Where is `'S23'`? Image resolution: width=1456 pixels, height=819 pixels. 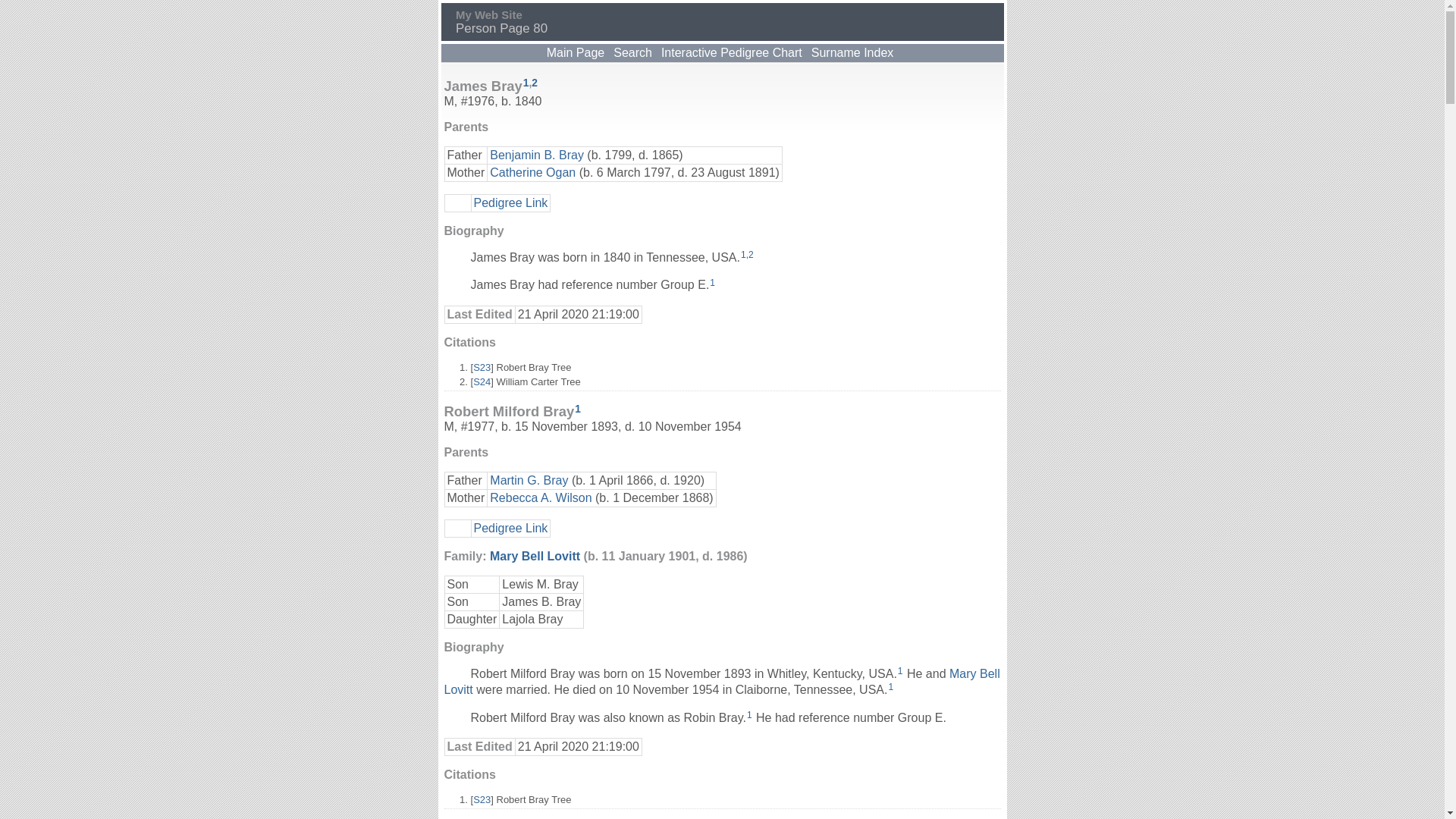
'S23' is located at coordinates (481, 367).